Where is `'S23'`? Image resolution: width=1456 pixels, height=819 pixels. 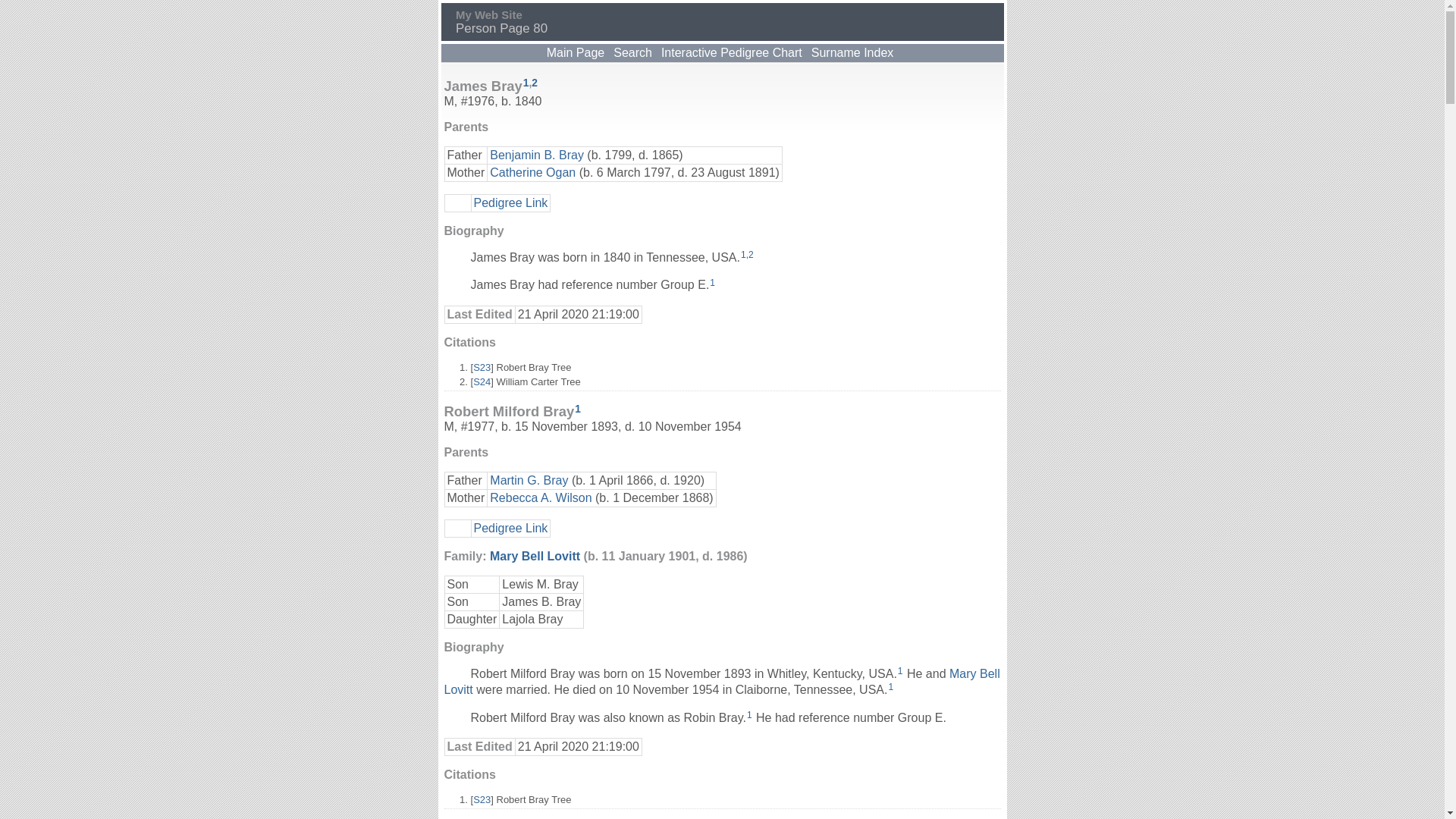
'S23' is located at coordinates (481, 367).